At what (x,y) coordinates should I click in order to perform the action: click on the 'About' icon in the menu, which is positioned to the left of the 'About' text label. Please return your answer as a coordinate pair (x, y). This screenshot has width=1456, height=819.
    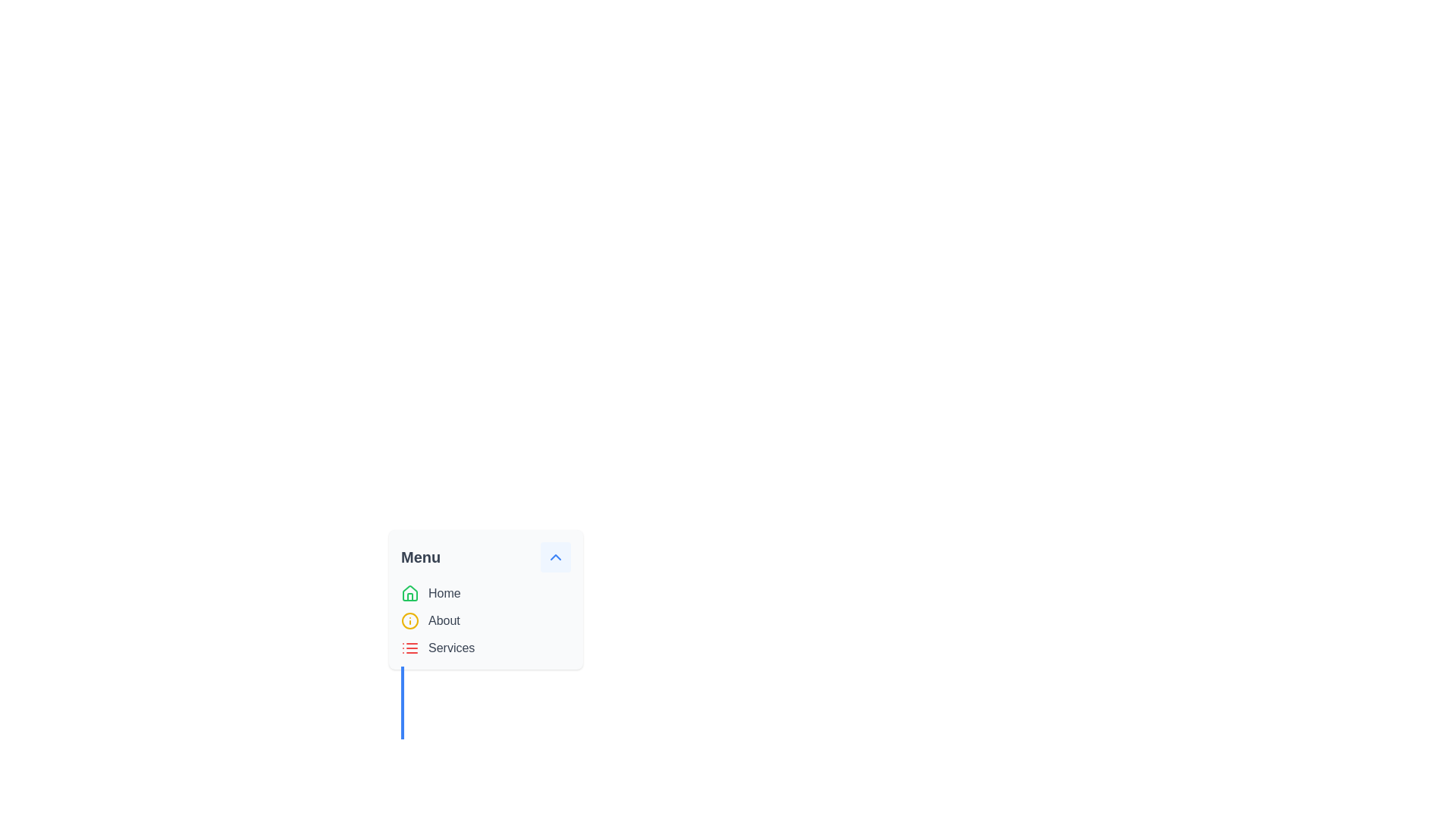
    Looking at the image, I should click on (410, 620).